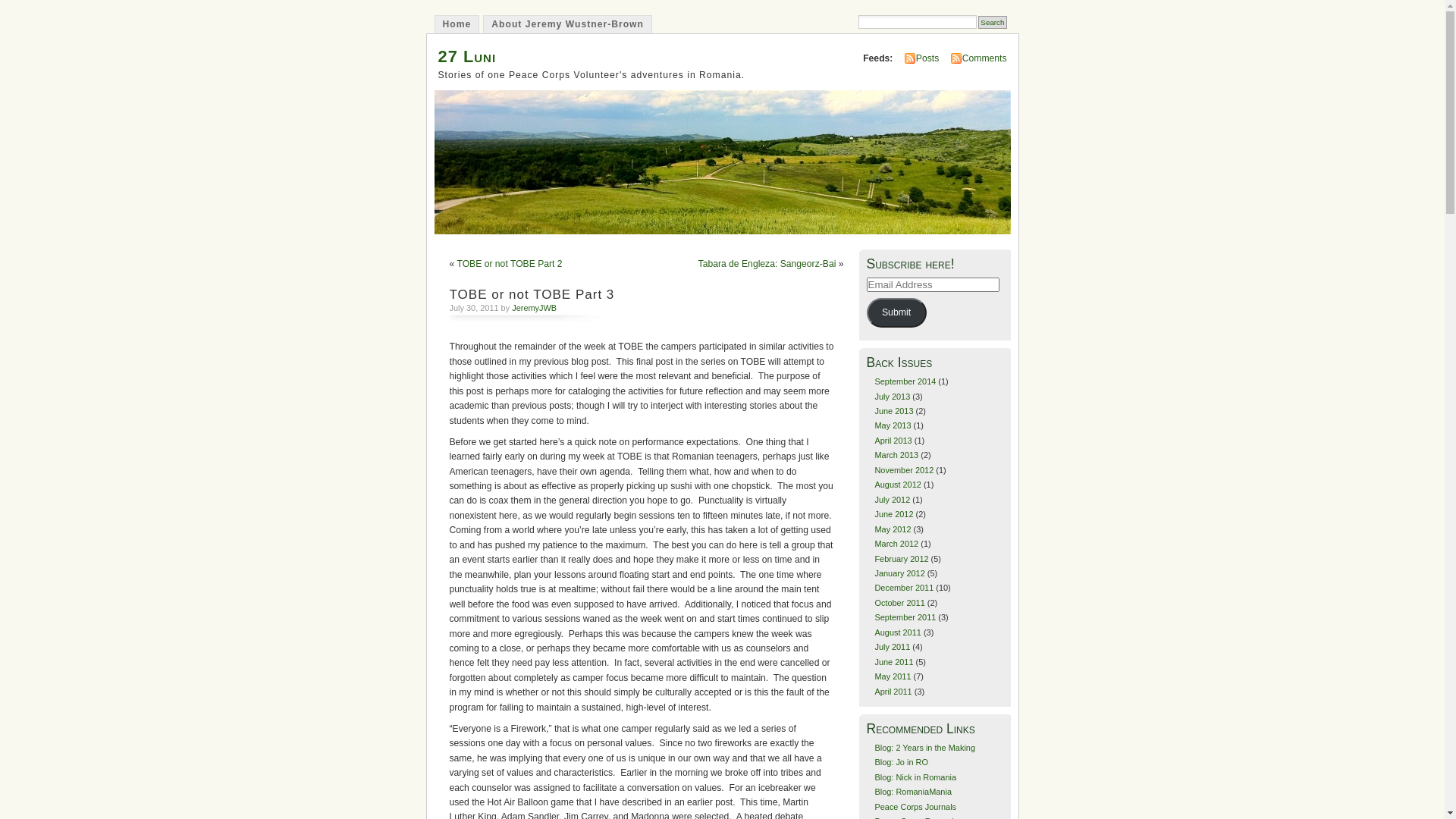 The width and height of the screenshot is (1456, 819). Describe the element at coordinates (892, 529) in the screenshot. I see `'May 2012'` at that location.